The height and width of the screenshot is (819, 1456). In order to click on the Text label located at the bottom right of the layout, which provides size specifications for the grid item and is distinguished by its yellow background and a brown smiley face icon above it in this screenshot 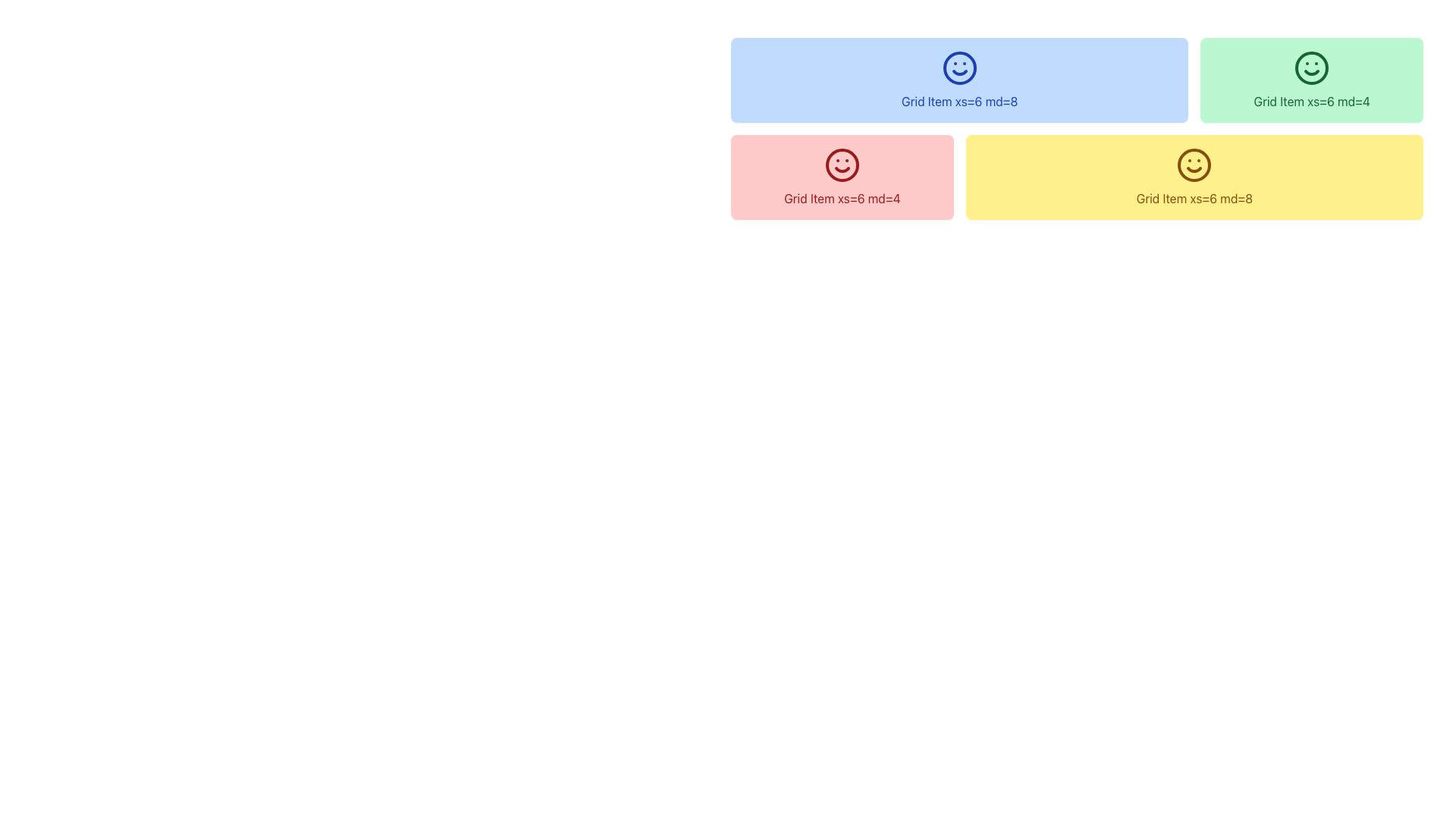, I will do `click(1219, 198)`.